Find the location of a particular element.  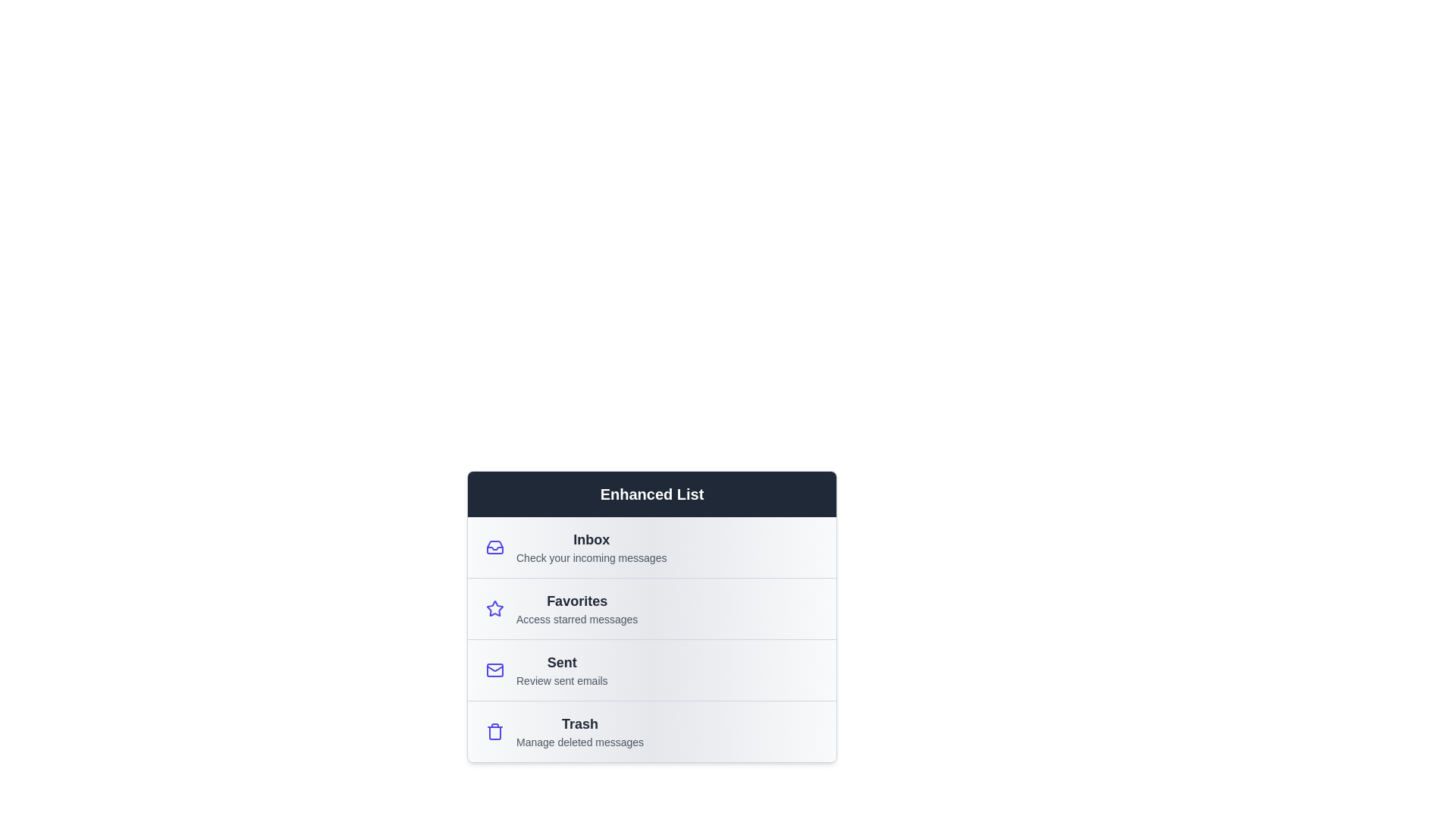

the descriptive Text Label located underneath the 'Sent' label, which provides additional information about the functionality of the 'Sent' section for reviewing sent emails is located at coordinates (561, 680).